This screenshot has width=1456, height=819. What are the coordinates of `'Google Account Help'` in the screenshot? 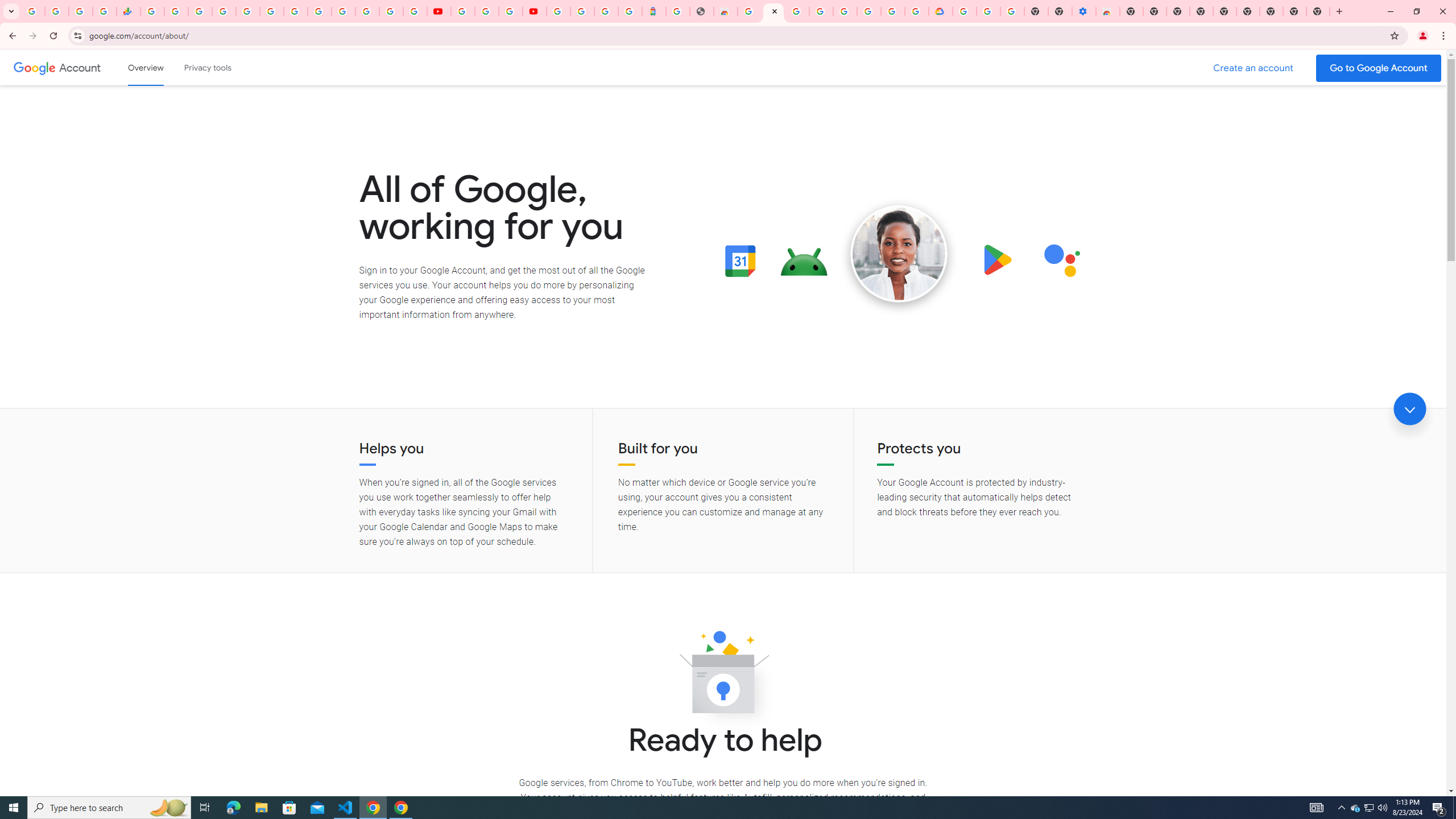 It's located at (487, 11).